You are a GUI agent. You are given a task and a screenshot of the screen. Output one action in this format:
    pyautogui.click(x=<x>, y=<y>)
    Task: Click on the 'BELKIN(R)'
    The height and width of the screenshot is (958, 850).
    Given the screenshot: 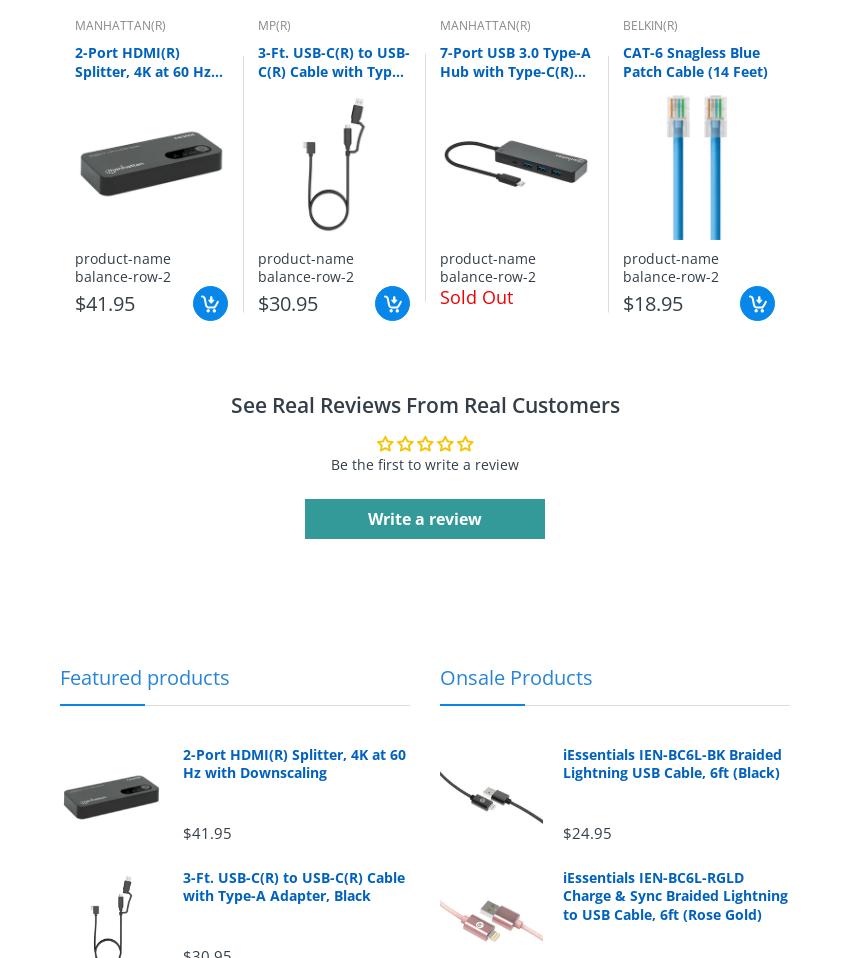 What is the action you would take?
    pyautogui.click(x=649, y=23)
    